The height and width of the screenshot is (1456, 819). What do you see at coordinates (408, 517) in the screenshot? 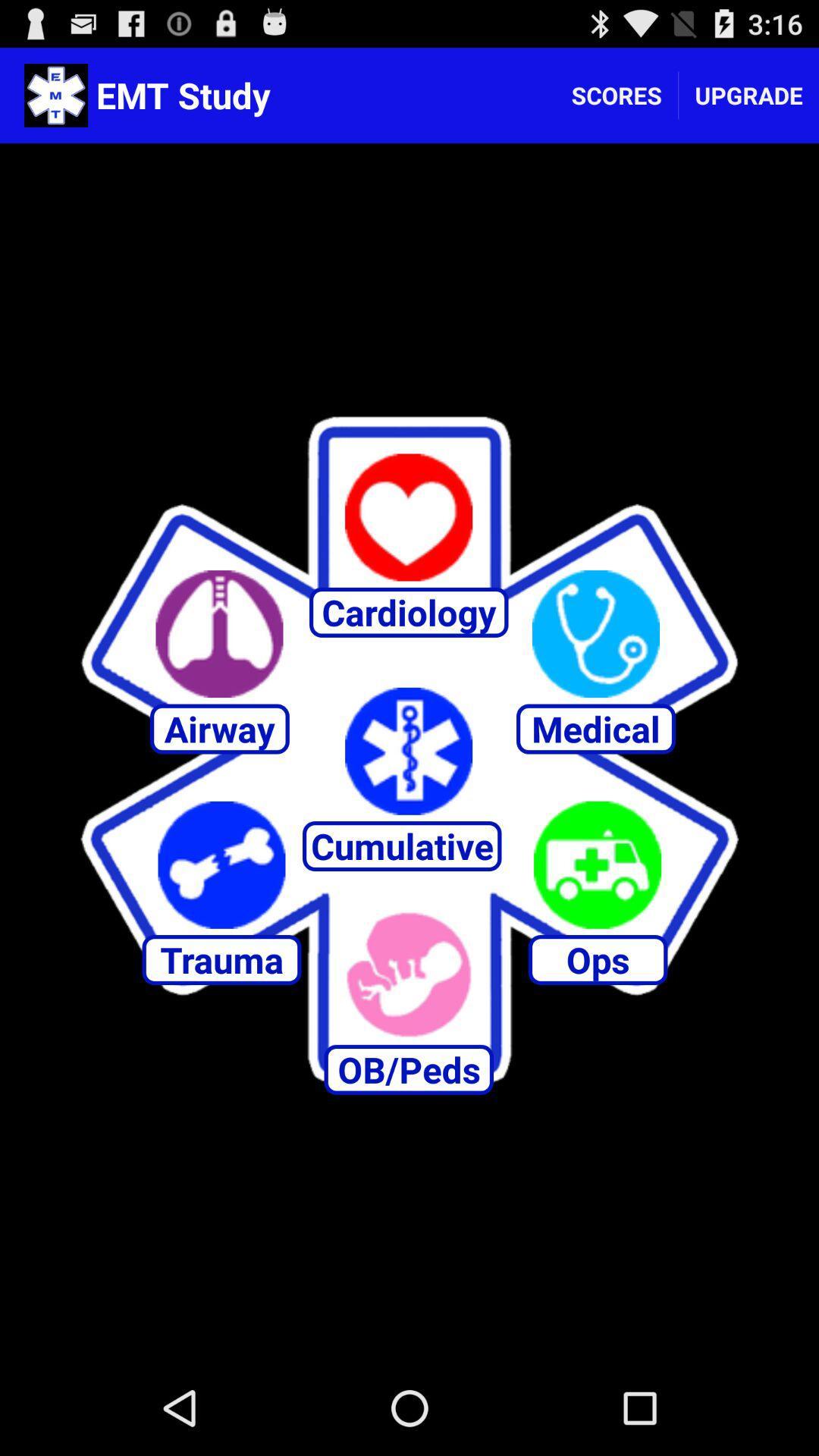
I see `to favourite` at bounding box center [408, 517].